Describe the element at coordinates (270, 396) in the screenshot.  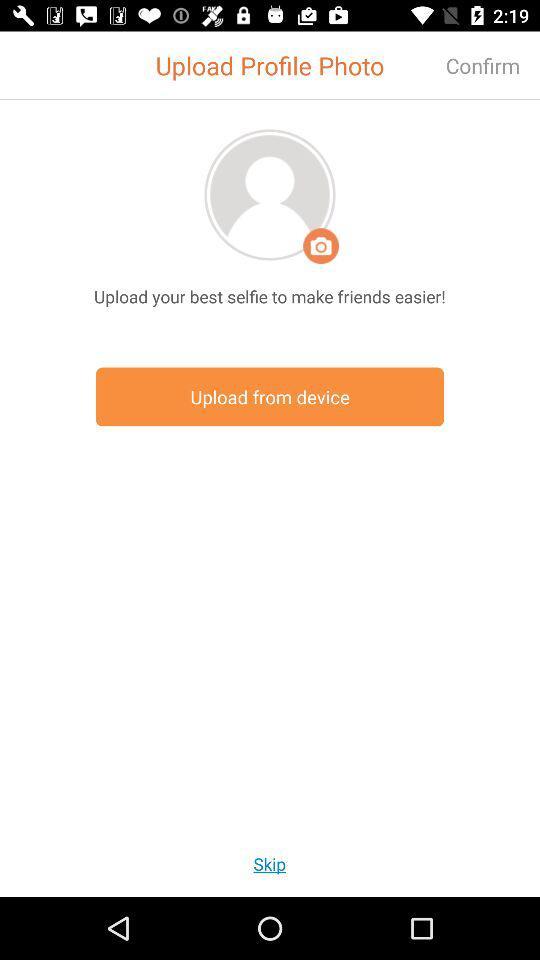
I see `the icon below upload your best icon` at that location.